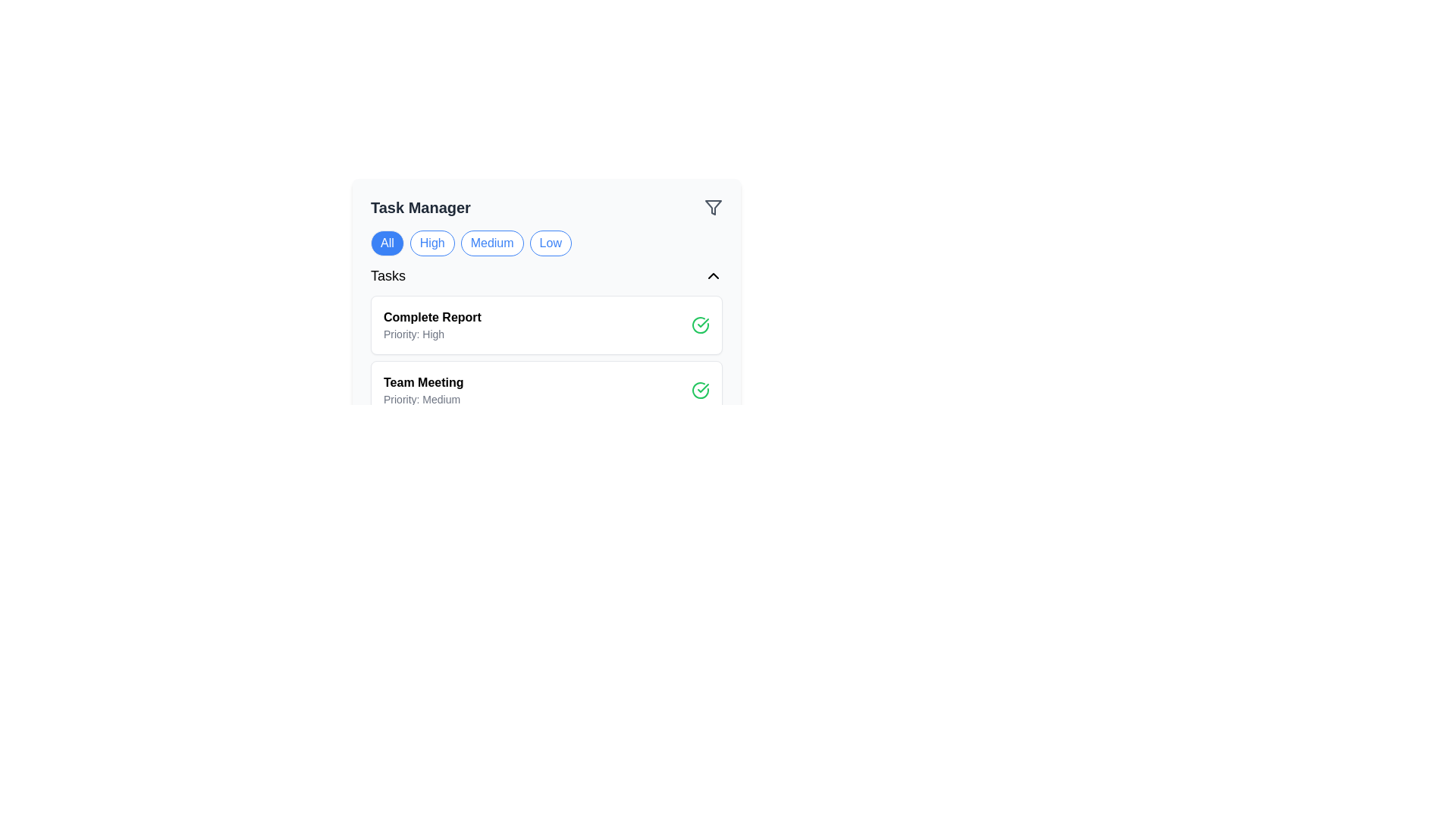  What do you see at coordinates (431, 317) in the screenshot?
I see `the 'Complete Report' text label, which is displayed in bold font within the task management interface under the 'Tasks' section` at bounding box center [431, 317].